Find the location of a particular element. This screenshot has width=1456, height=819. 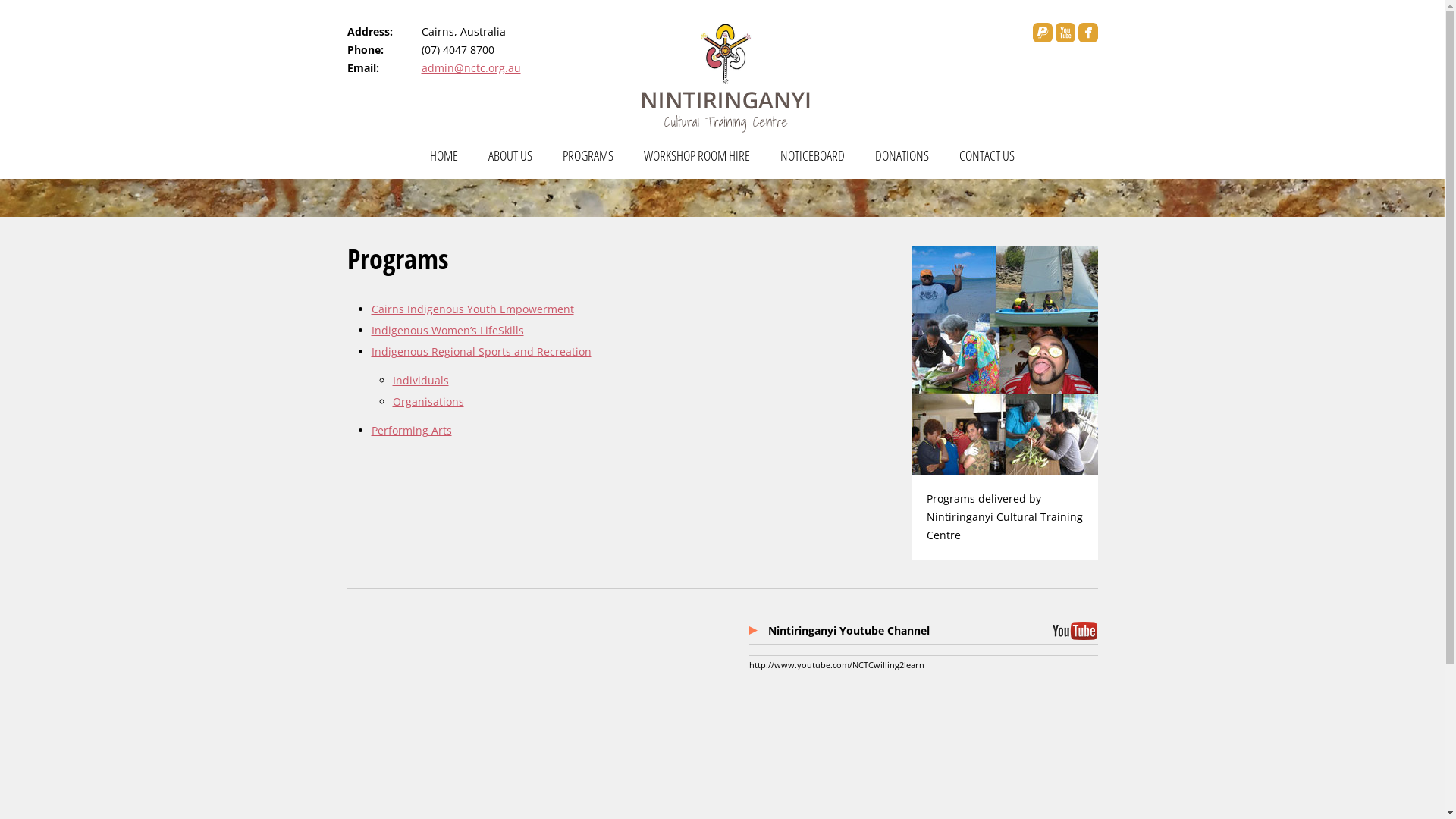

'Organisations' is located at coordinates (428, 400).